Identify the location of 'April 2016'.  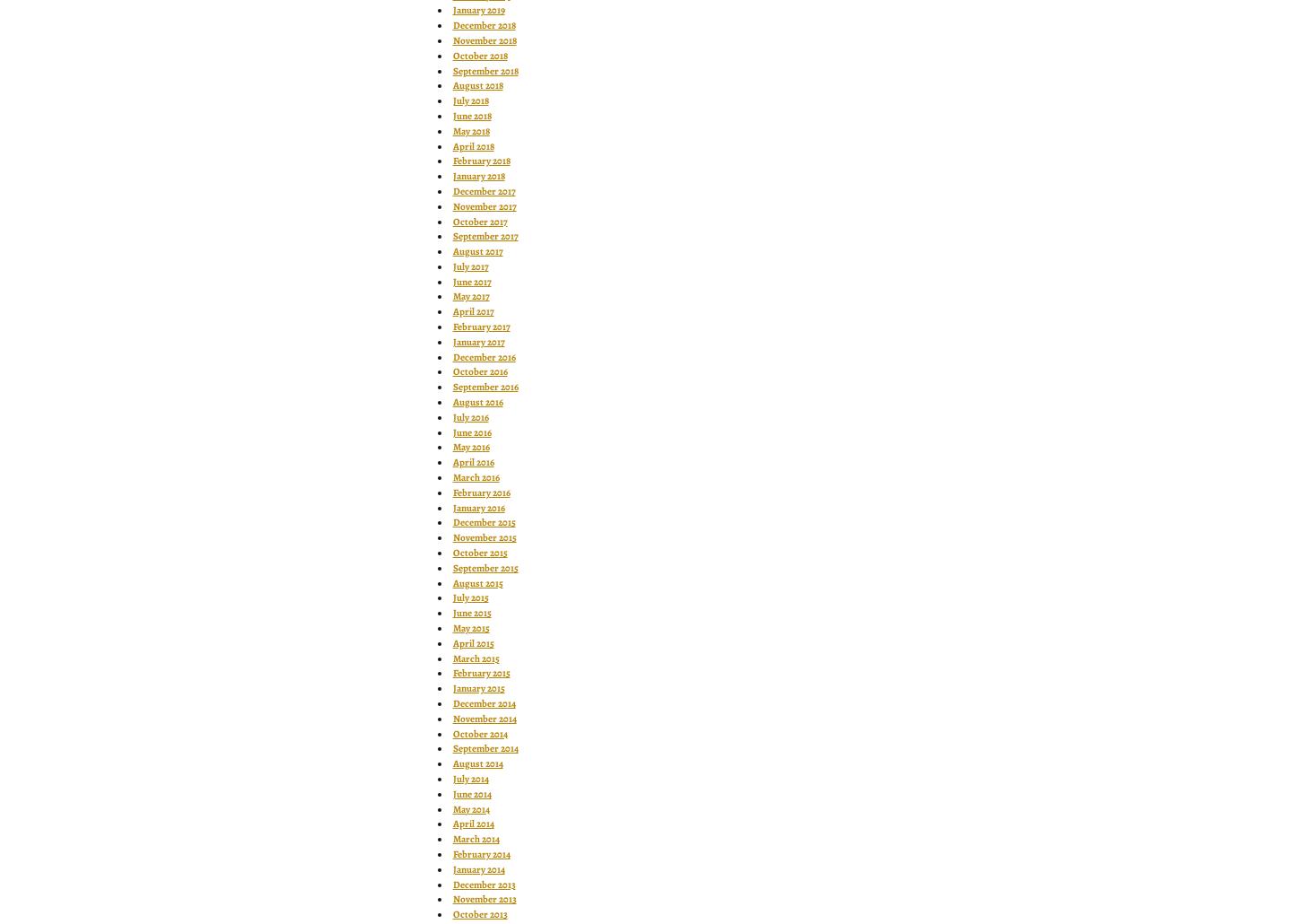
(472, 462).